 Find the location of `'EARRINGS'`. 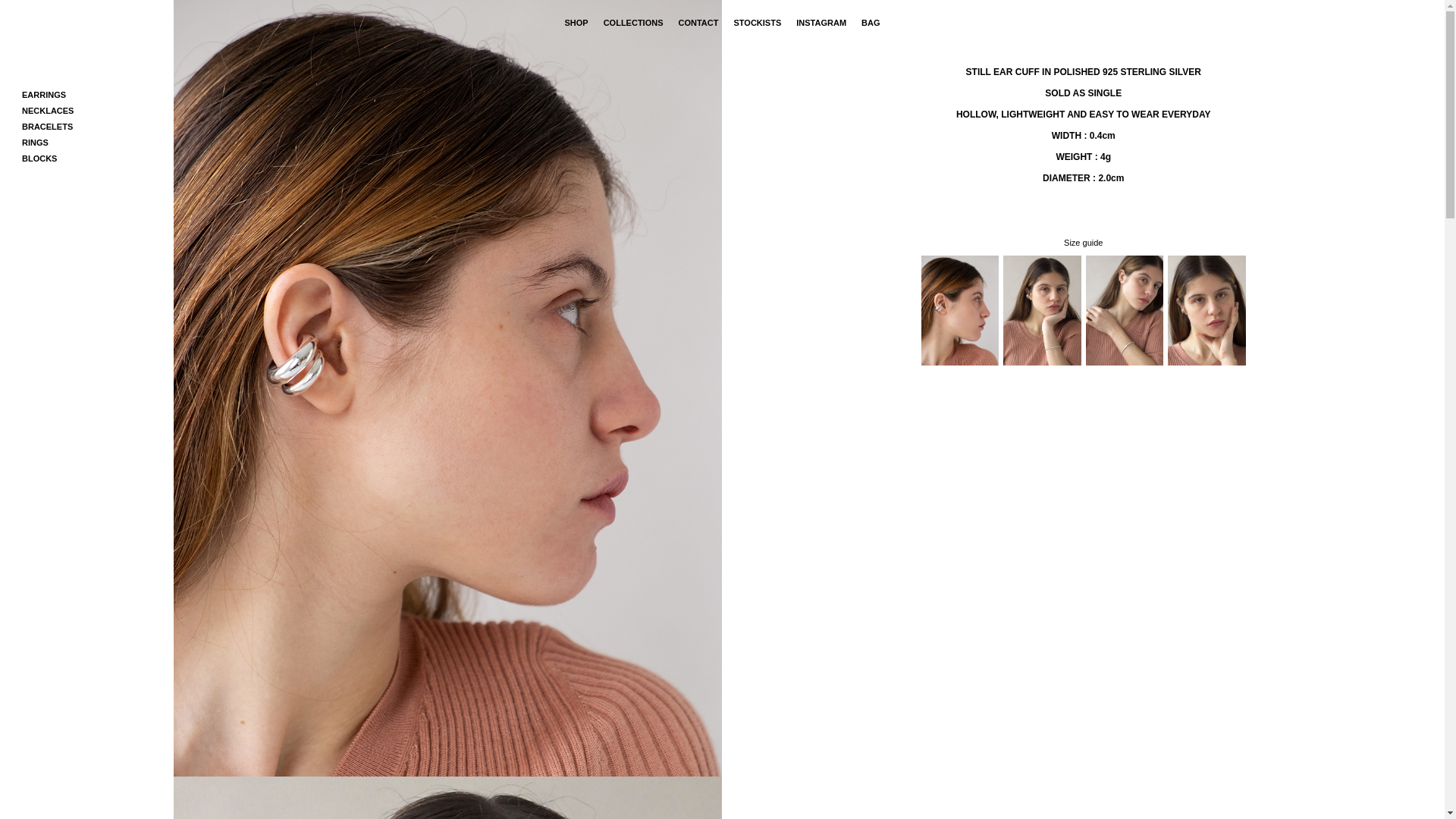

'EARRINGS' is located at coordinates (21, 94).